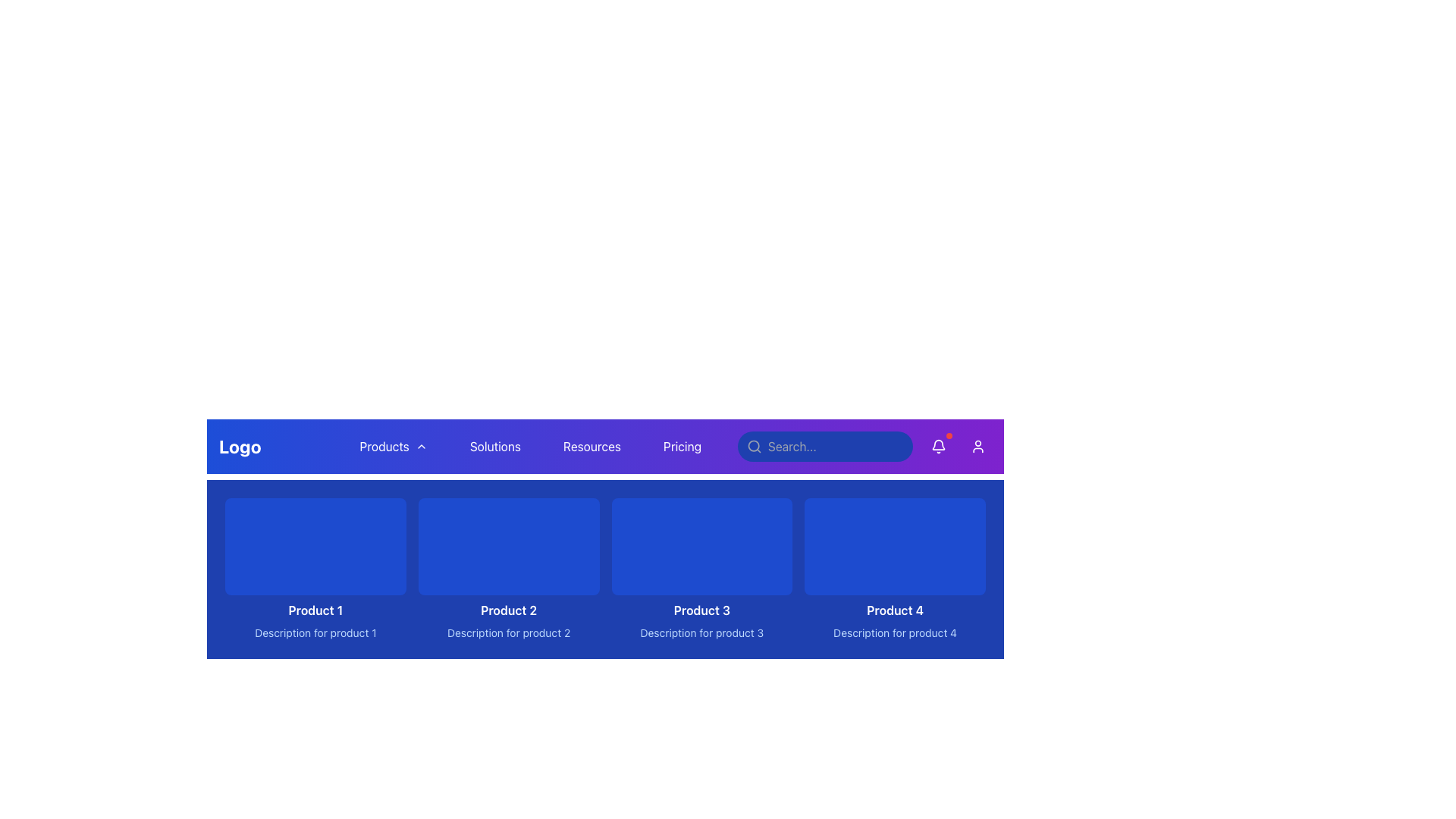 The image size is (1456, 819). What do you see at coordinates (895, 632) in the screenshot?
I see `the descriptive text label located beneath the title 'Product 4' in the fourth box of the product display layout` at bounding box center [895, 632].